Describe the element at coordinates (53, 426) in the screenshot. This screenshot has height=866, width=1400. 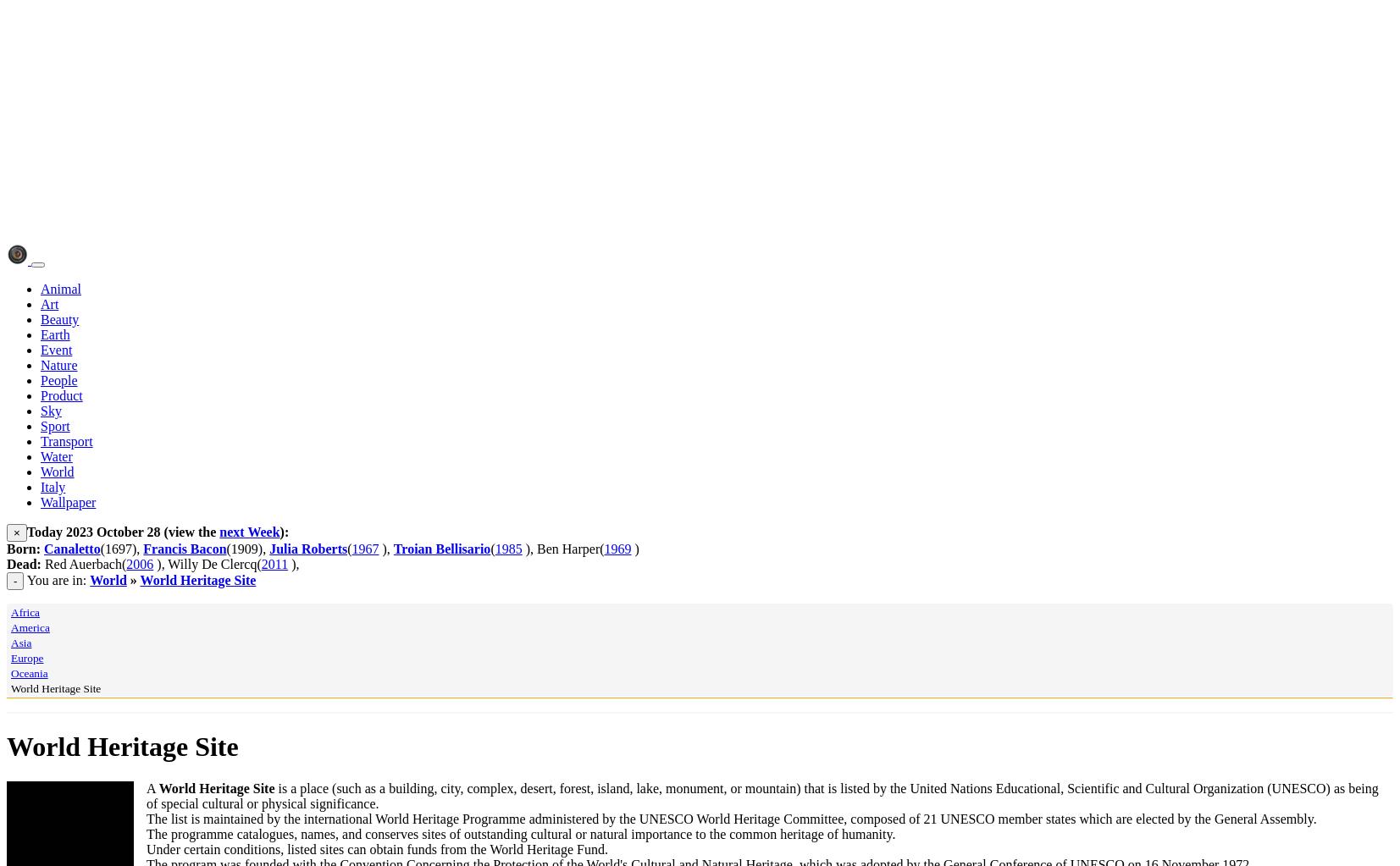
I see `'Sport'` at that location.